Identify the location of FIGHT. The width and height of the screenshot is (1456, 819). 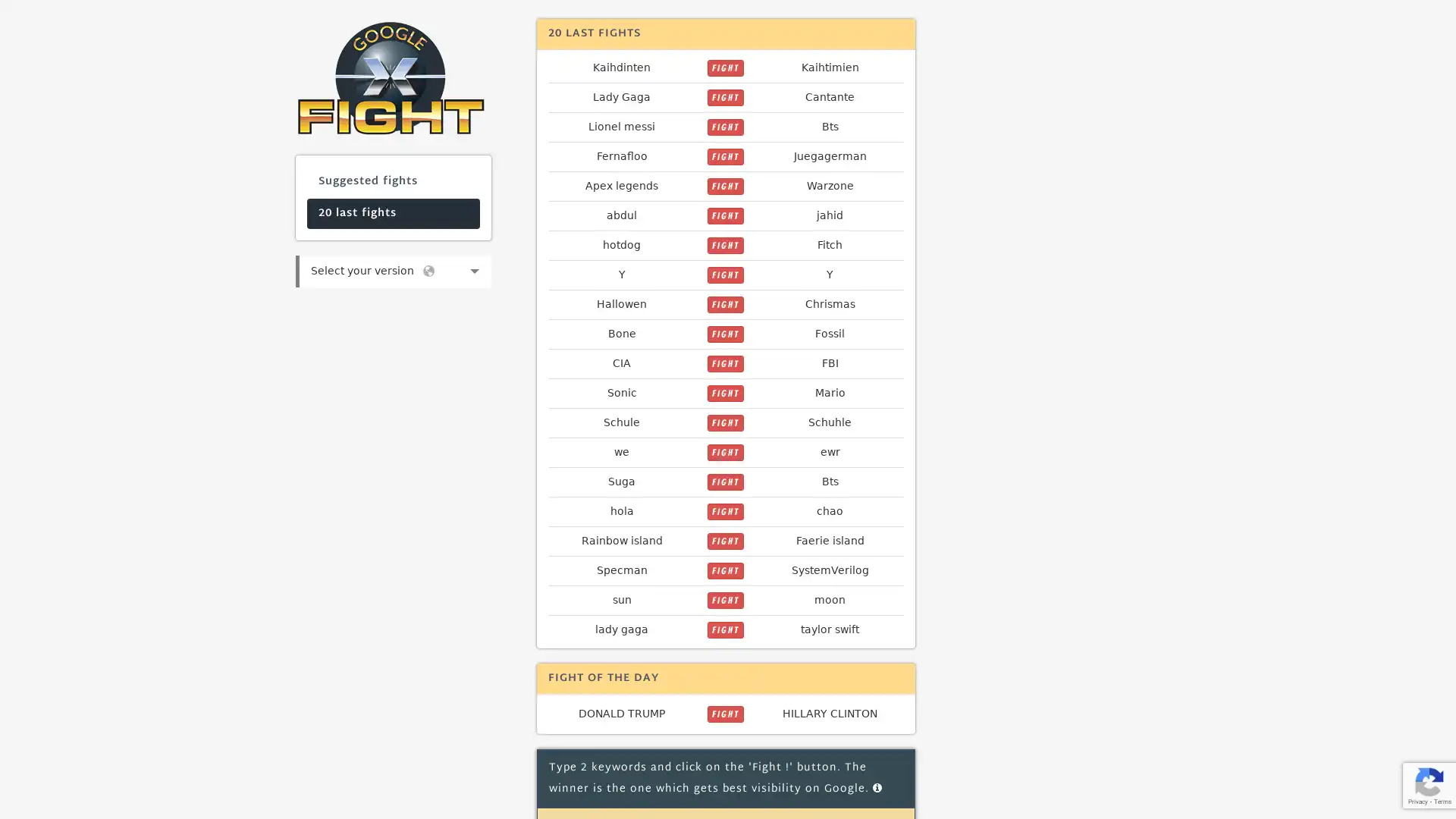
(724, 512).